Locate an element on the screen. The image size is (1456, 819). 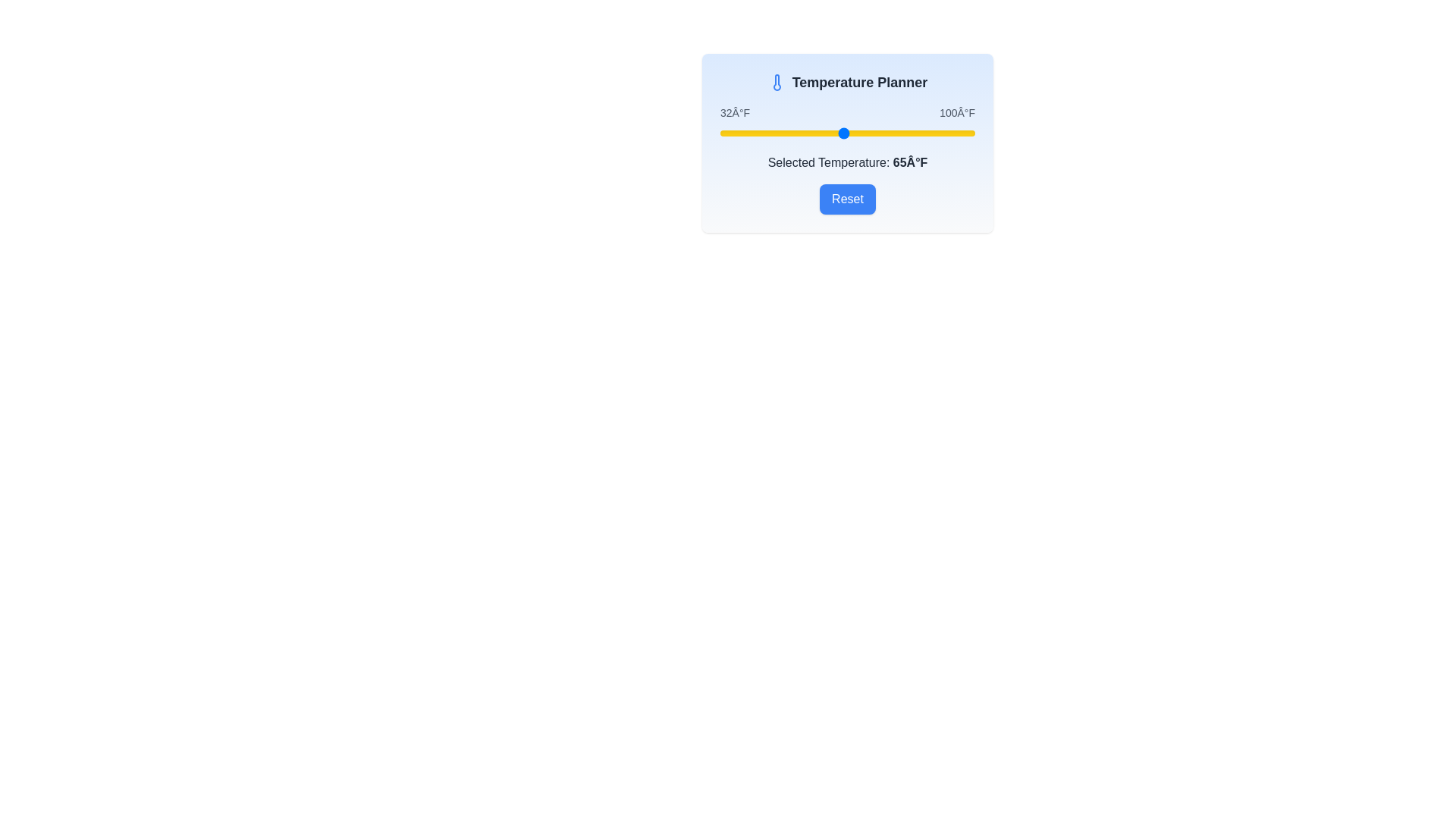
the text 'Temperature Planner' is located at coordinates (847, 82).